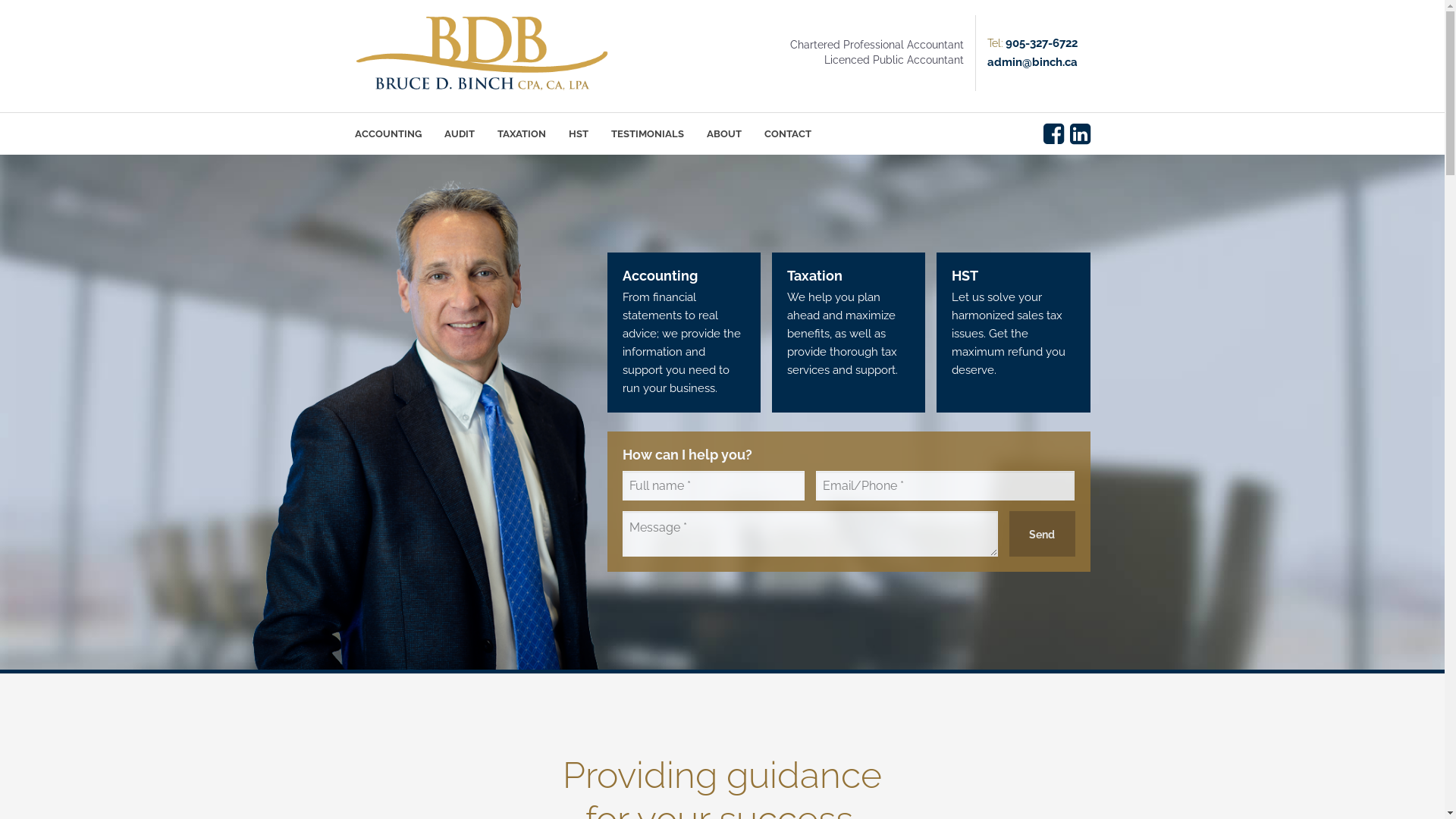  I want to click on 'Send', so click(1041, 533).